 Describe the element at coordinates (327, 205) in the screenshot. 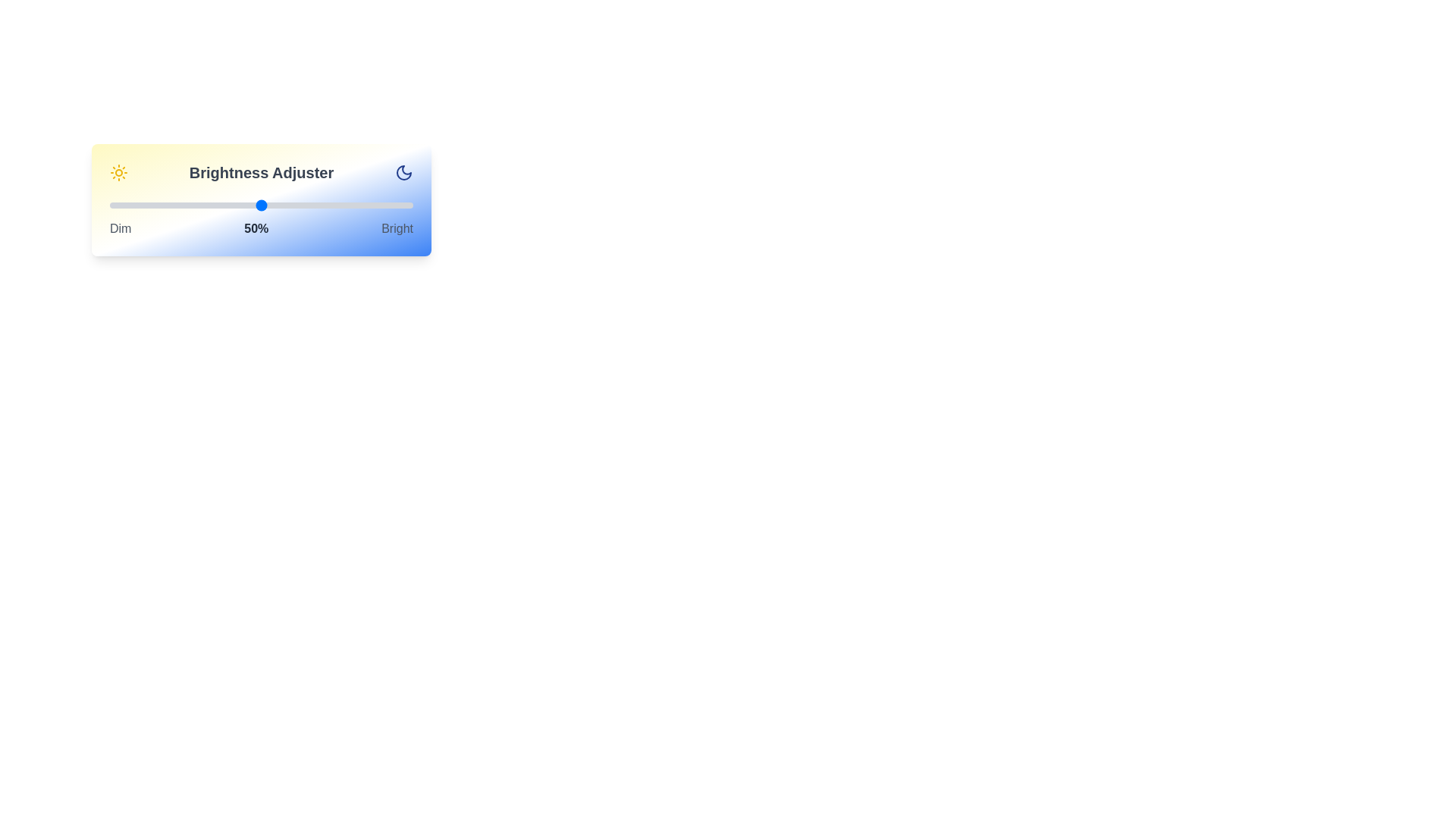

I see `the brightness slider to 72% to observe the gradient background changes` at that location.